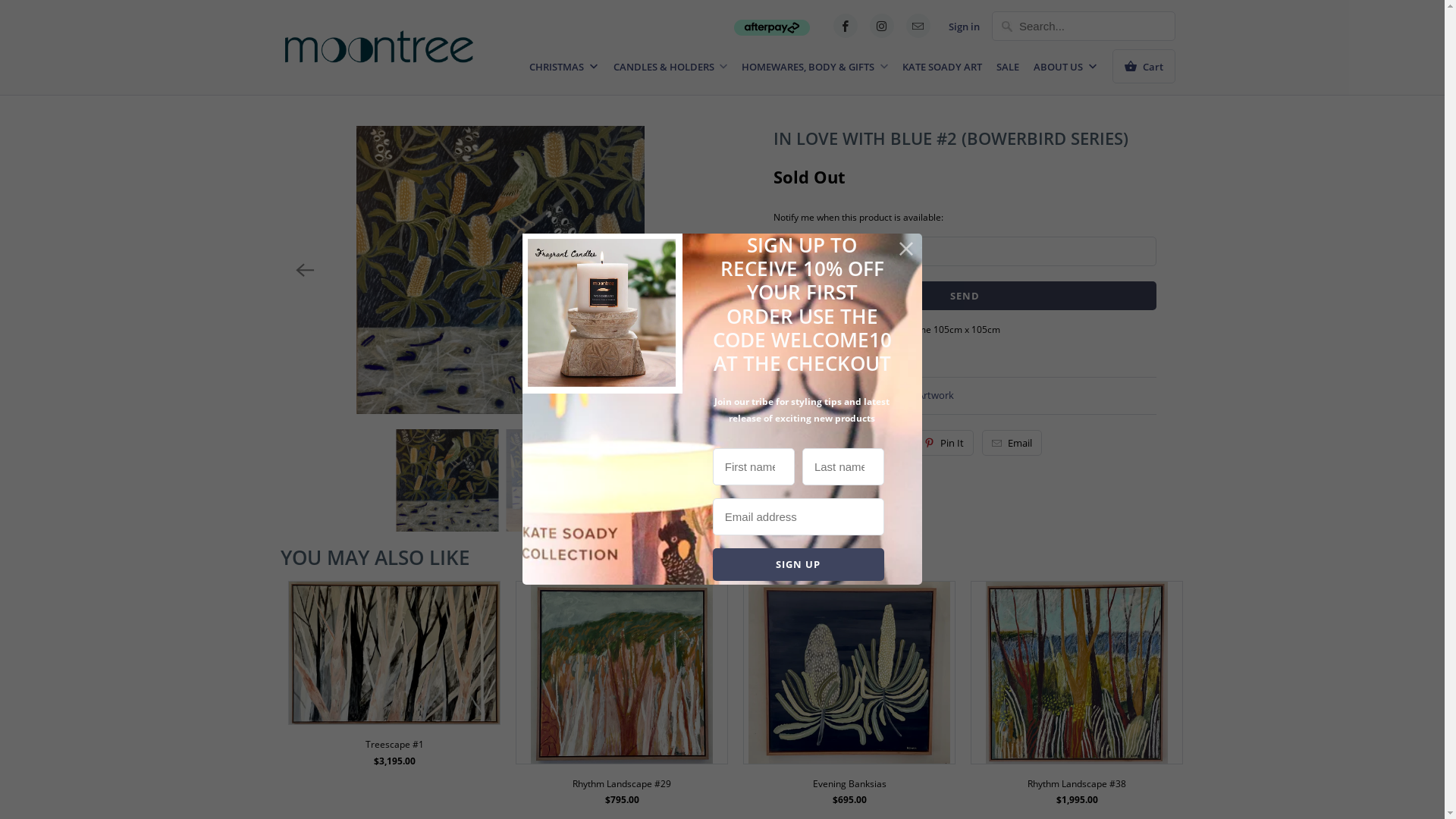 The height and width of the screenshot is (819, 1456). I want to click on 'Cart', so click(1144, 65).